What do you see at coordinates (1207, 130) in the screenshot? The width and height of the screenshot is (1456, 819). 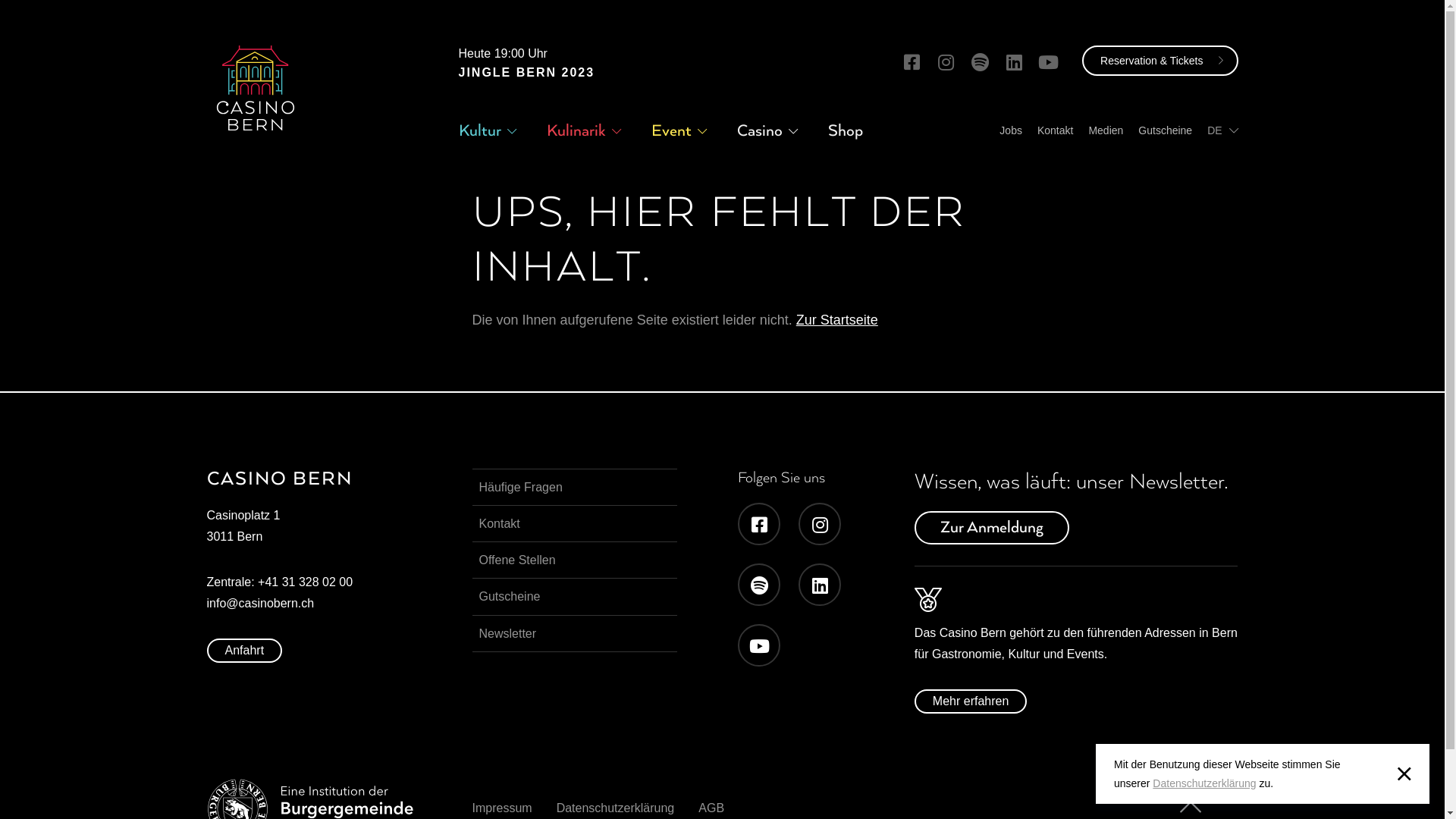 I see `'DE'` at bounding box center [1207, 130].